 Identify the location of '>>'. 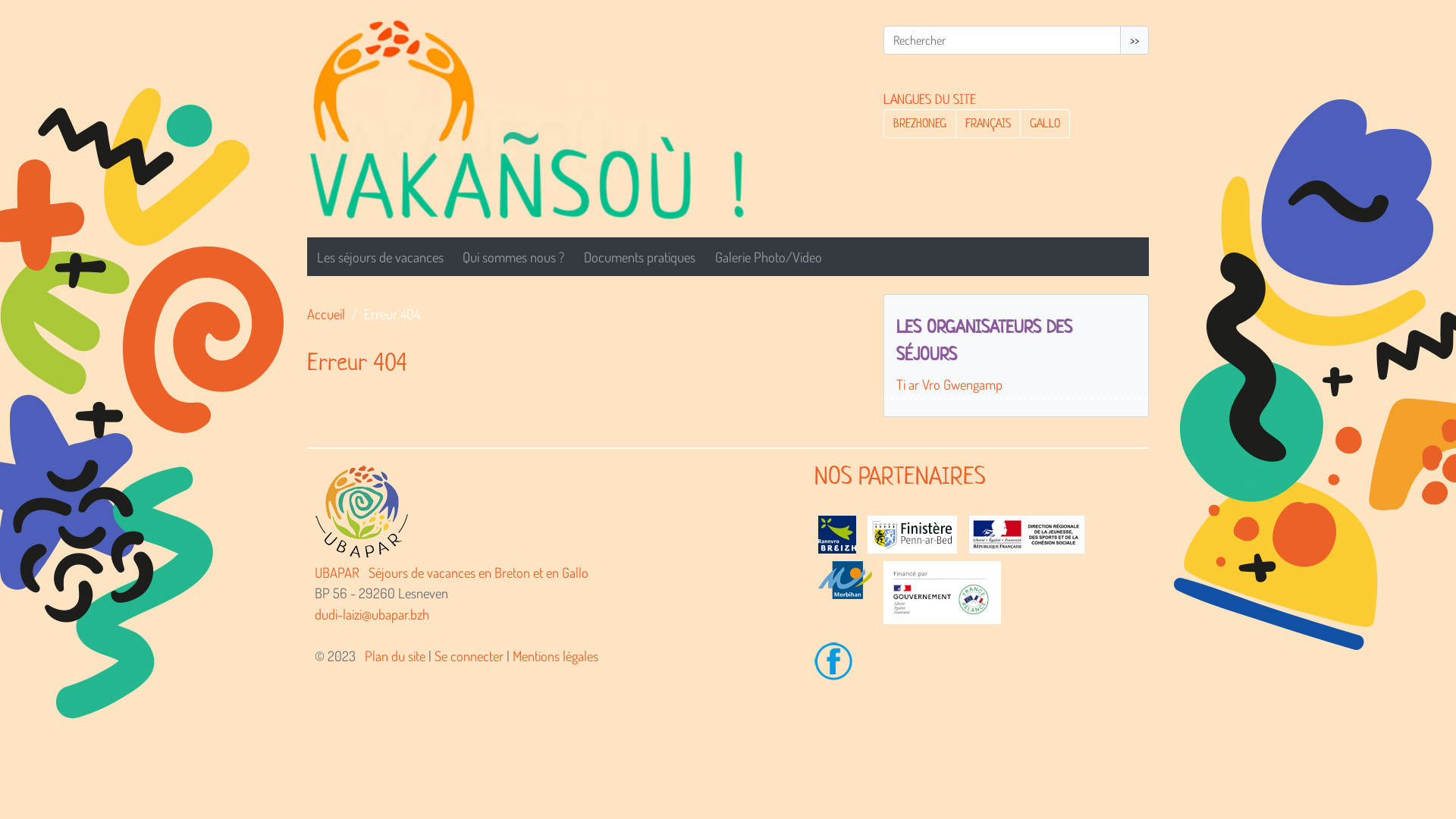
(1134, 39).